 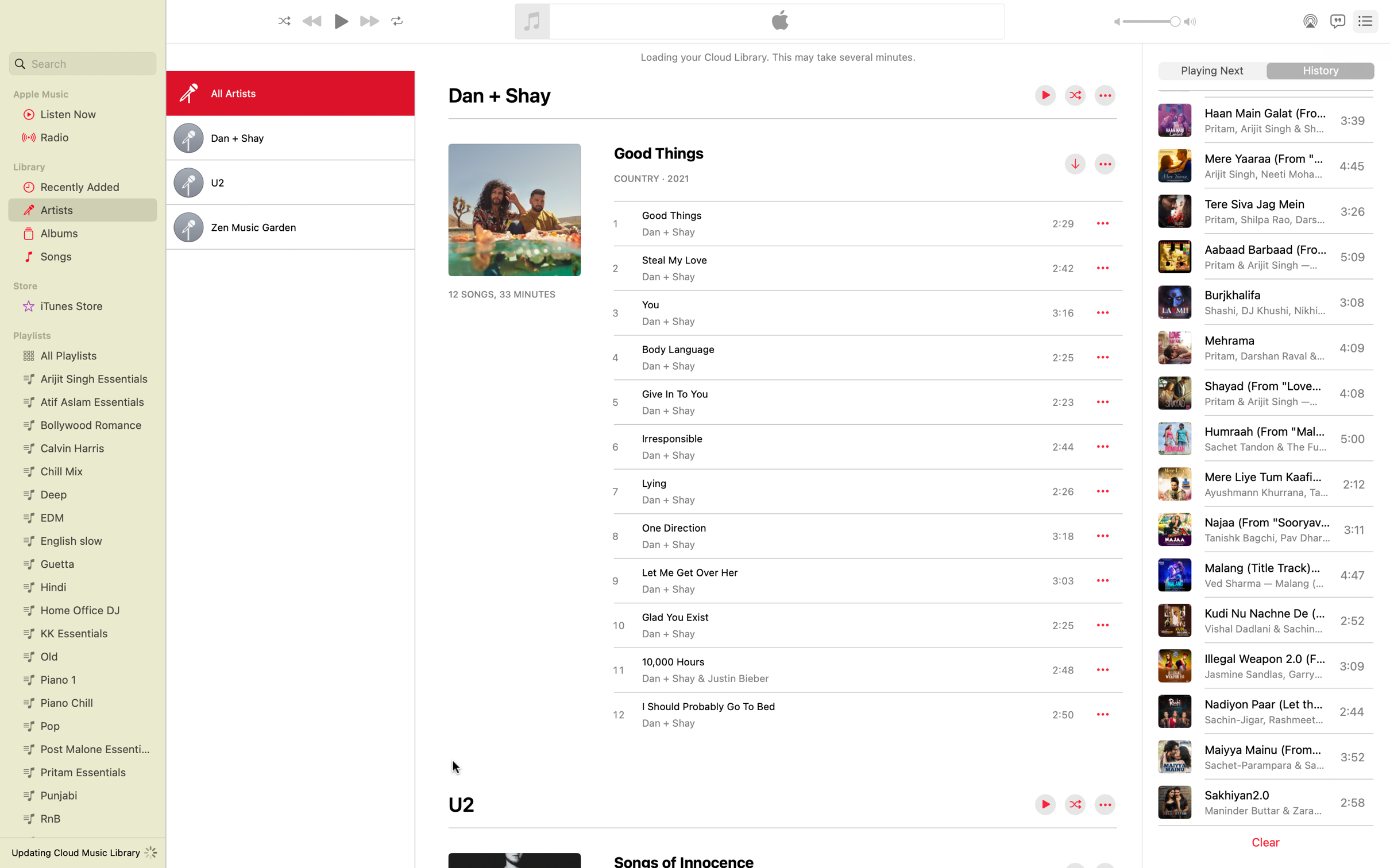 What do you see at coordinates (1262, 710) in the screenshot?
I see `Start the track "Nadiyon Paar` at bounding box center [1262, 710].